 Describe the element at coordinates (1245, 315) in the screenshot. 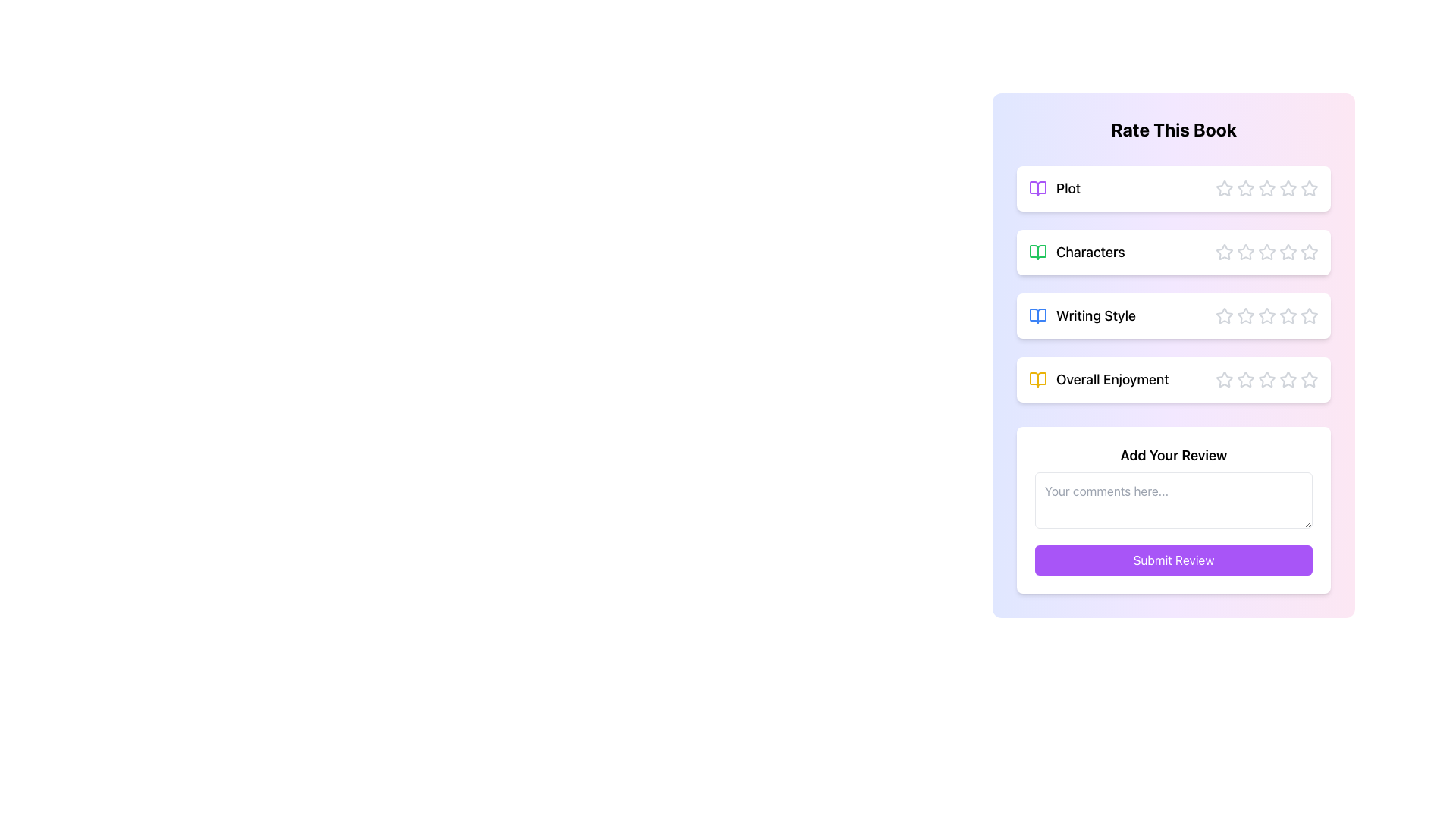

I see `the third star-shaped rating icon under the 'Writing Style' rating section to assign a '3-star' rating` at that location.